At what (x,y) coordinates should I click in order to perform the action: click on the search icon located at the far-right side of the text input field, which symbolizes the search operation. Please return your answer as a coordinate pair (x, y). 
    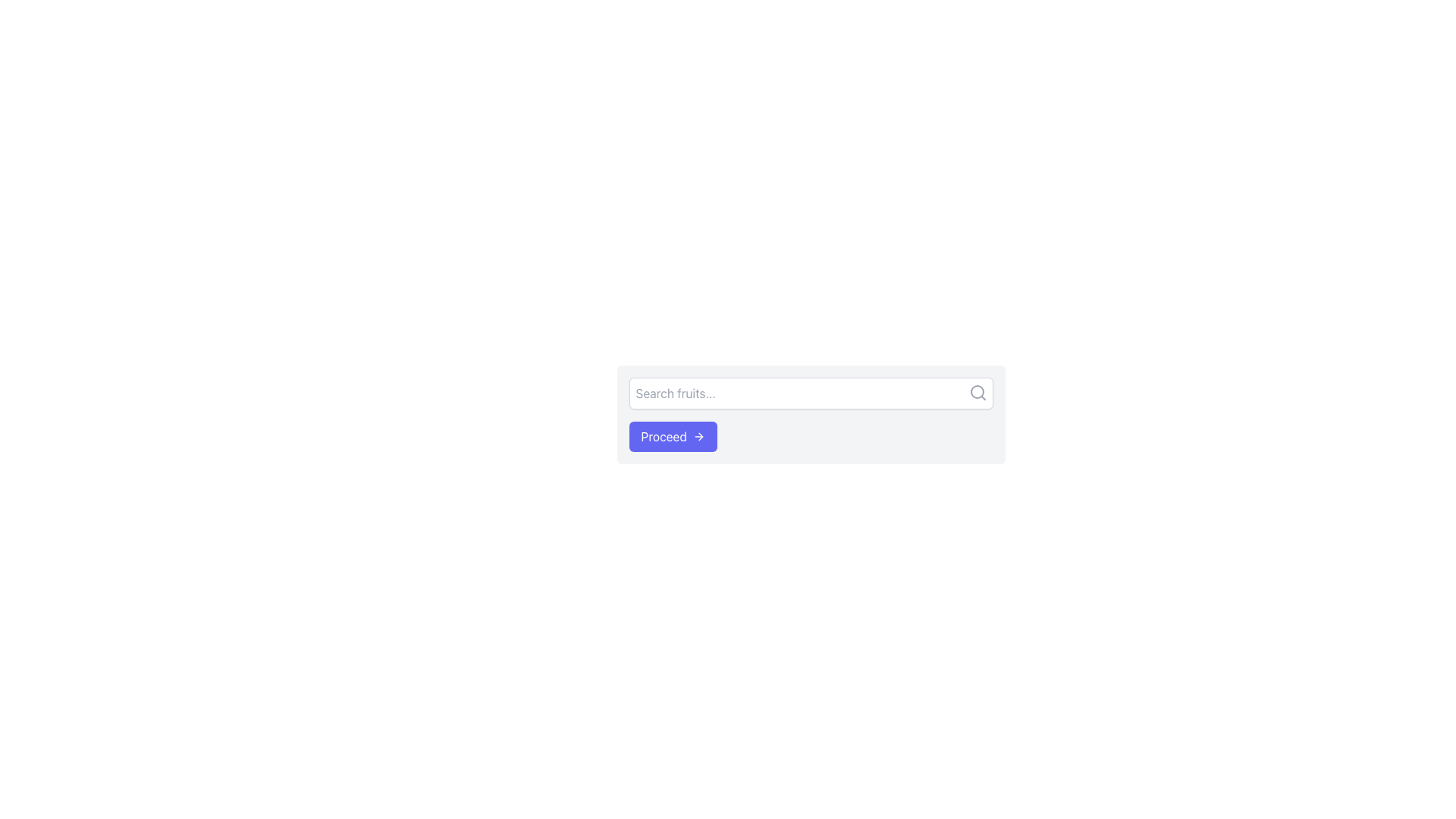
    Looking at the image, I should click on (977, 391).